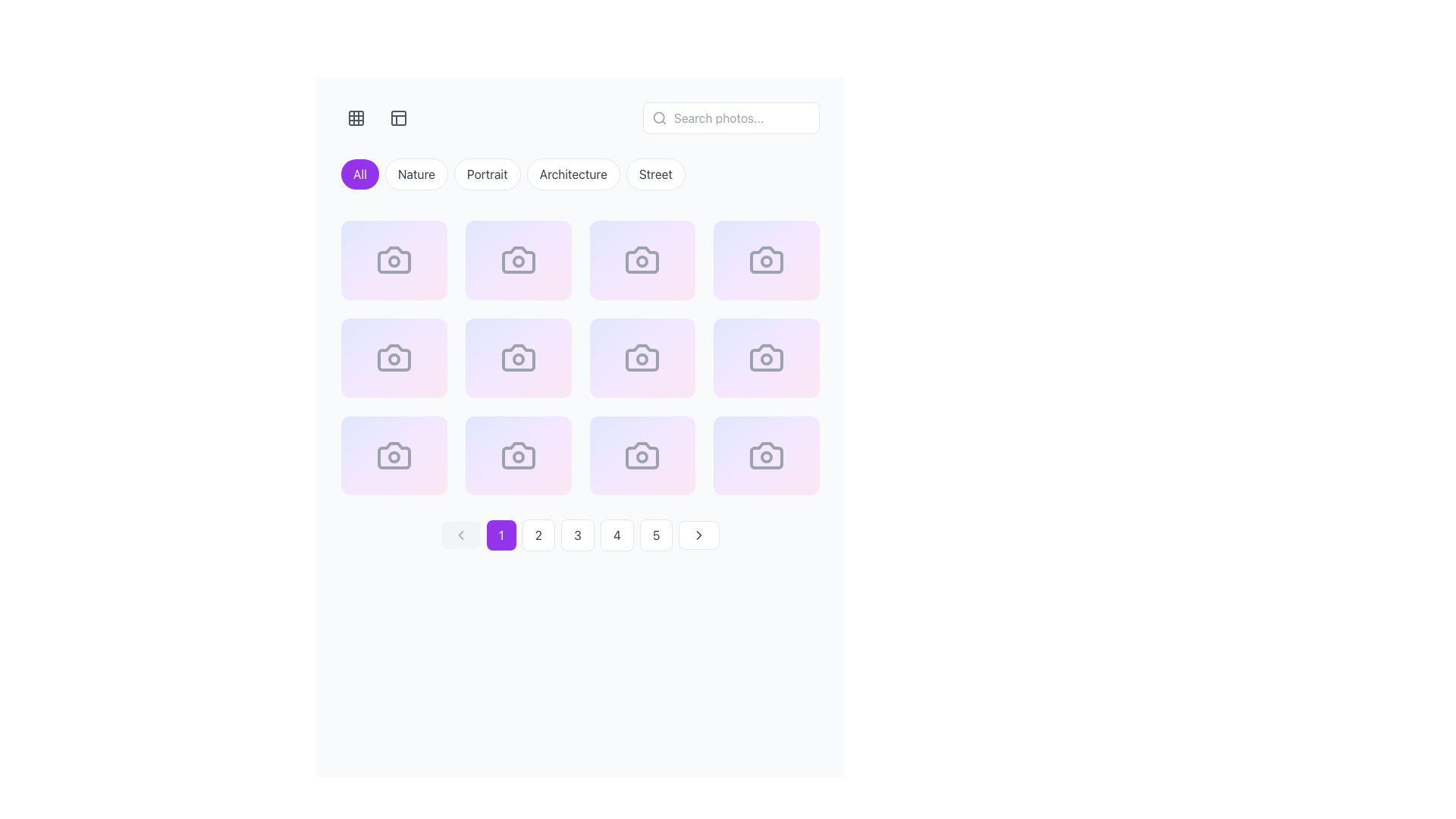 This screenshot has height=819, width=1456. What do you see at coordinates (808, 275) in the screenshot?
I see `the fourth button in the row of interactive buttons, which likely serves as a toggle for visibility or viewing of the content displayed above it` at bounding box center [808, 275].